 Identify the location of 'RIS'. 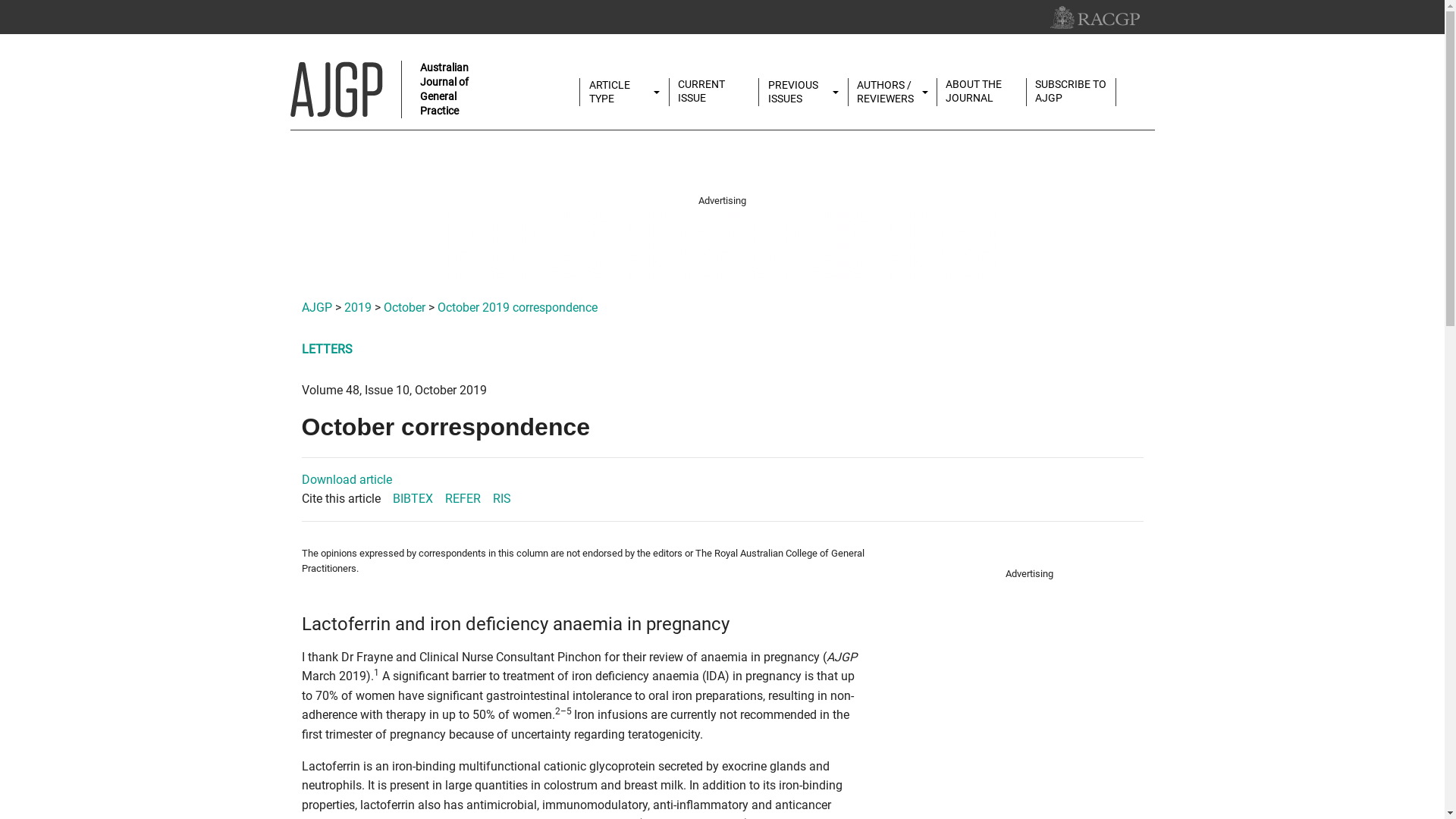
(502, 498).